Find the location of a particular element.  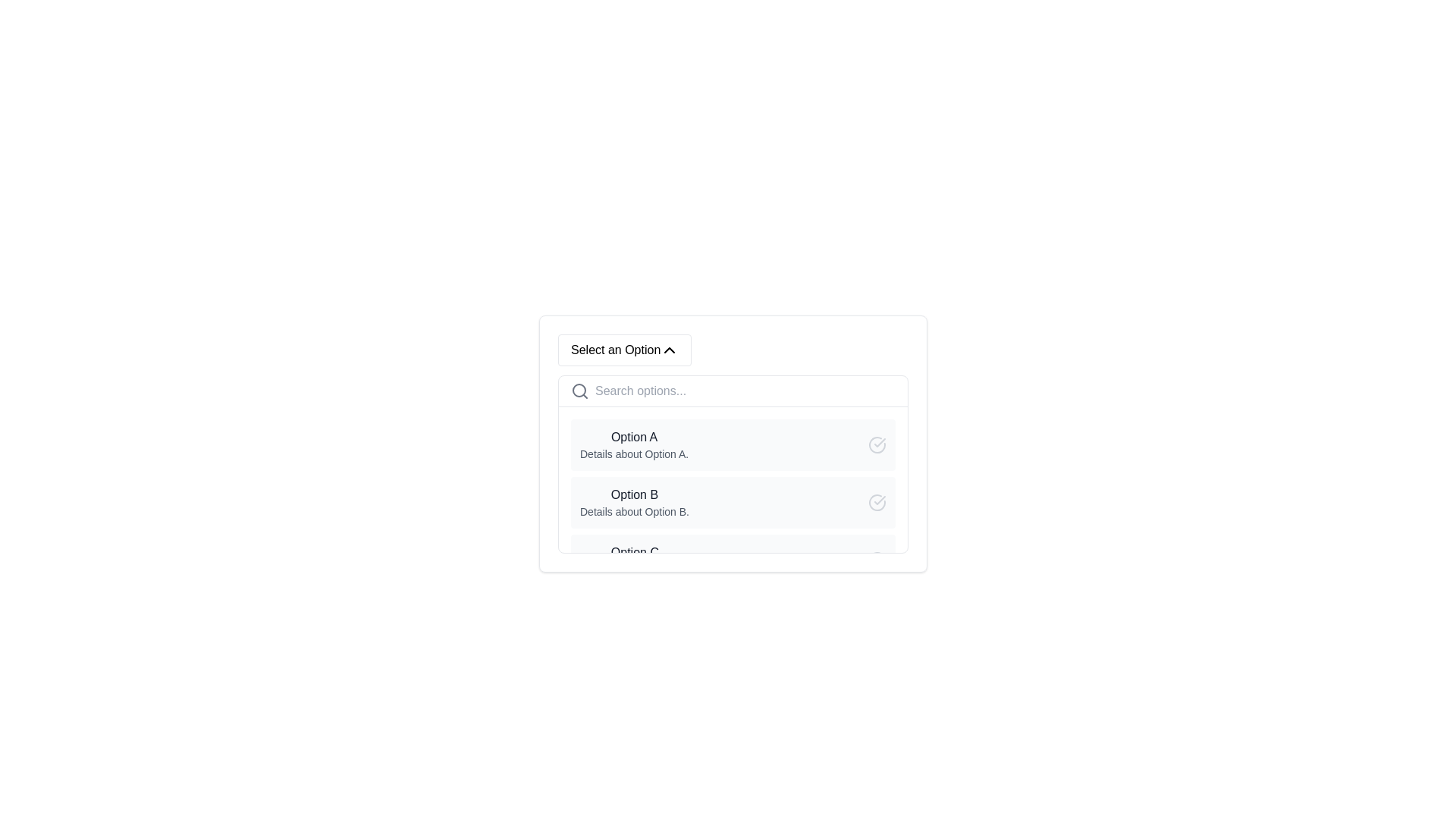

the Check Circle icon indicating the selection state of 'Option A', which is positioned to the right of the descriptive text 'Details about Option A' is located at coordinates (877, 444).